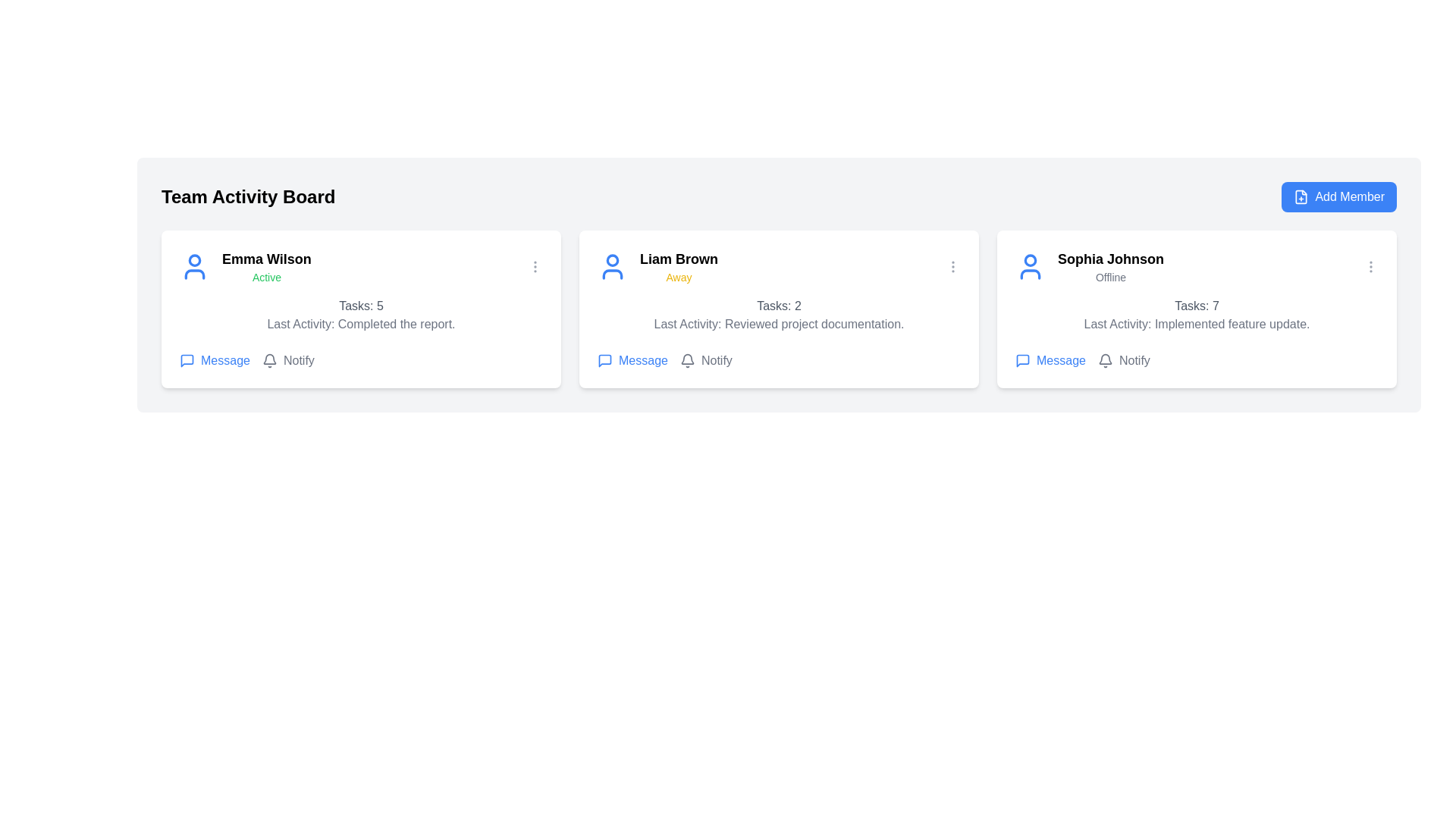 Image resolution: width=1456 pixels, height=819 pixels. Describe the element at coordinates (1301, 196) in the screenshot. I see `the '+' icon within the SVG element that resembles a document outline, located at the rightmost edge of the interface, adjacent to the 'Add Member' button` at that location.